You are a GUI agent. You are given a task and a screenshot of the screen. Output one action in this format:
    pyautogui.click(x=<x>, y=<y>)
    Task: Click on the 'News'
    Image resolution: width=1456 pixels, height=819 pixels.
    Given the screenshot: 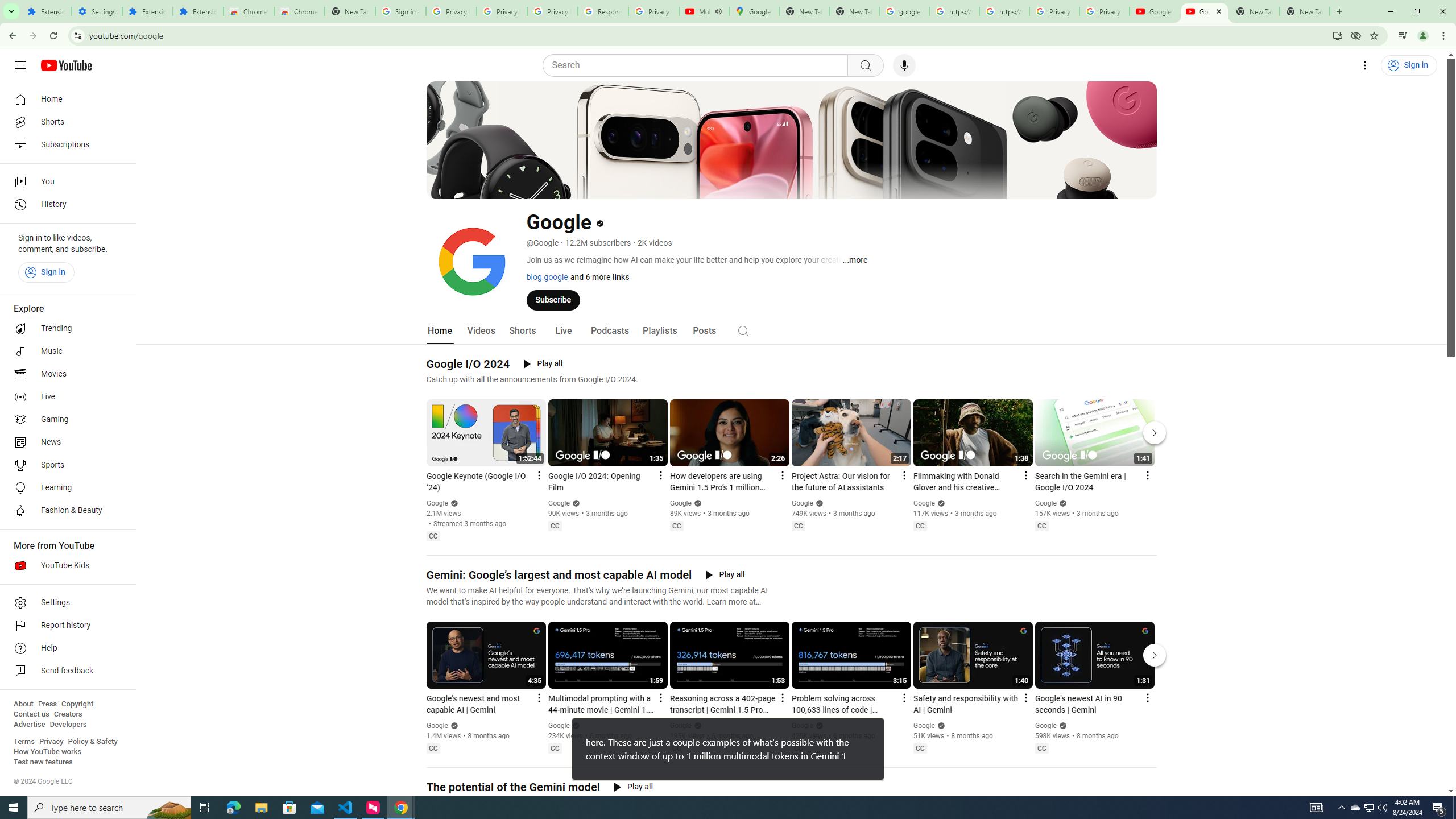 What is the action you would take?
    pyautogui.click(x=64, y=442)
    